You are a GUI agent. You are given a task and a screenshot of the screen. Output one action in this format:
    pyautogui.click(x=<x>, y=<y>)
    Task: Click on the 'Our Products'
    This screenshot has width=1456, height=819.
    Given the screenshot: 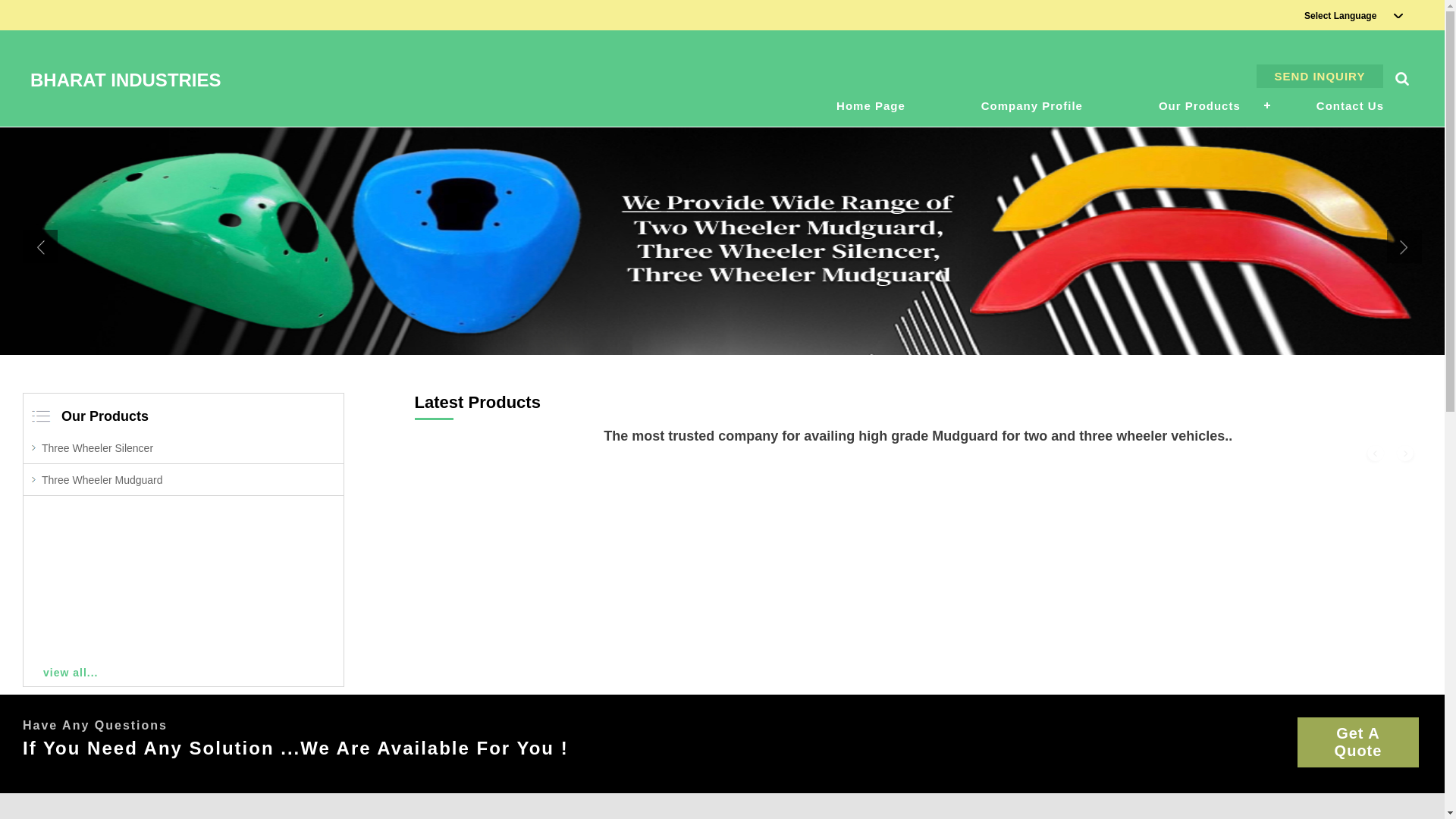 What is the action you would take?
    pyautogui.click(x=1199, y=105)
    